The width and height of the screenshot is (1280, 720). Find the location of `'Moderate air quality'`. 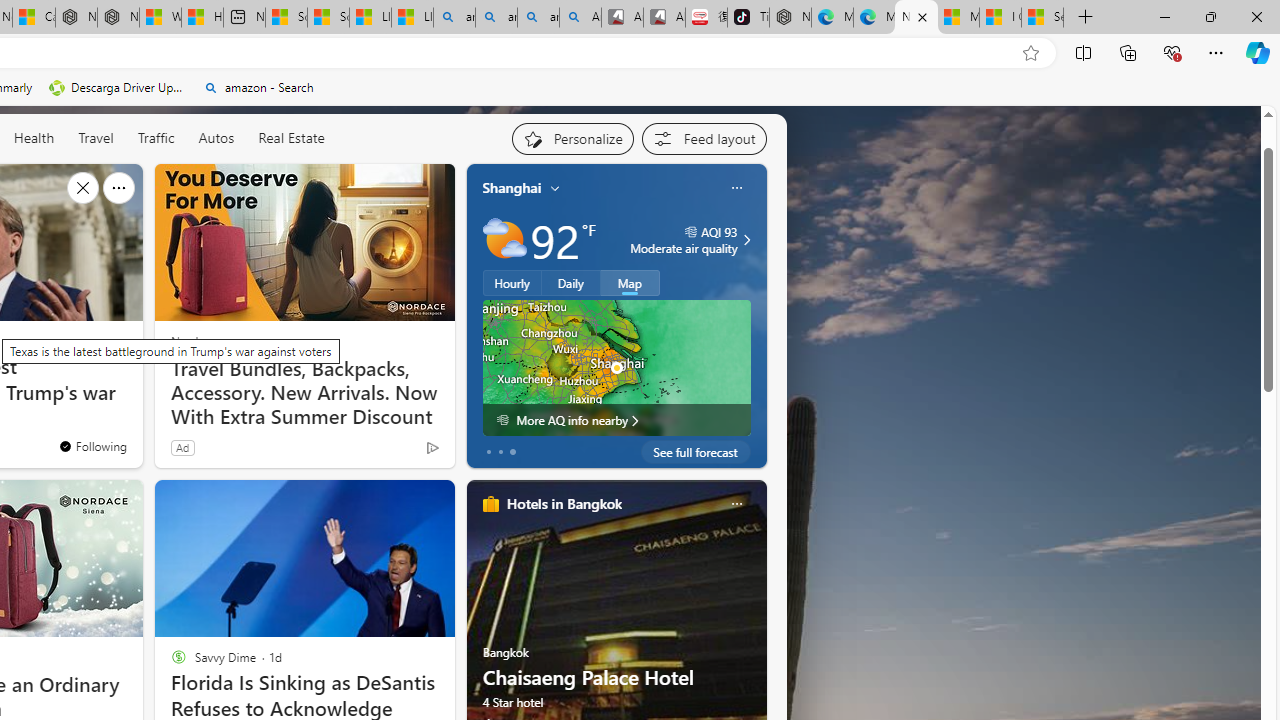

'Moderate air quality' is located at coordinates (743, 239).